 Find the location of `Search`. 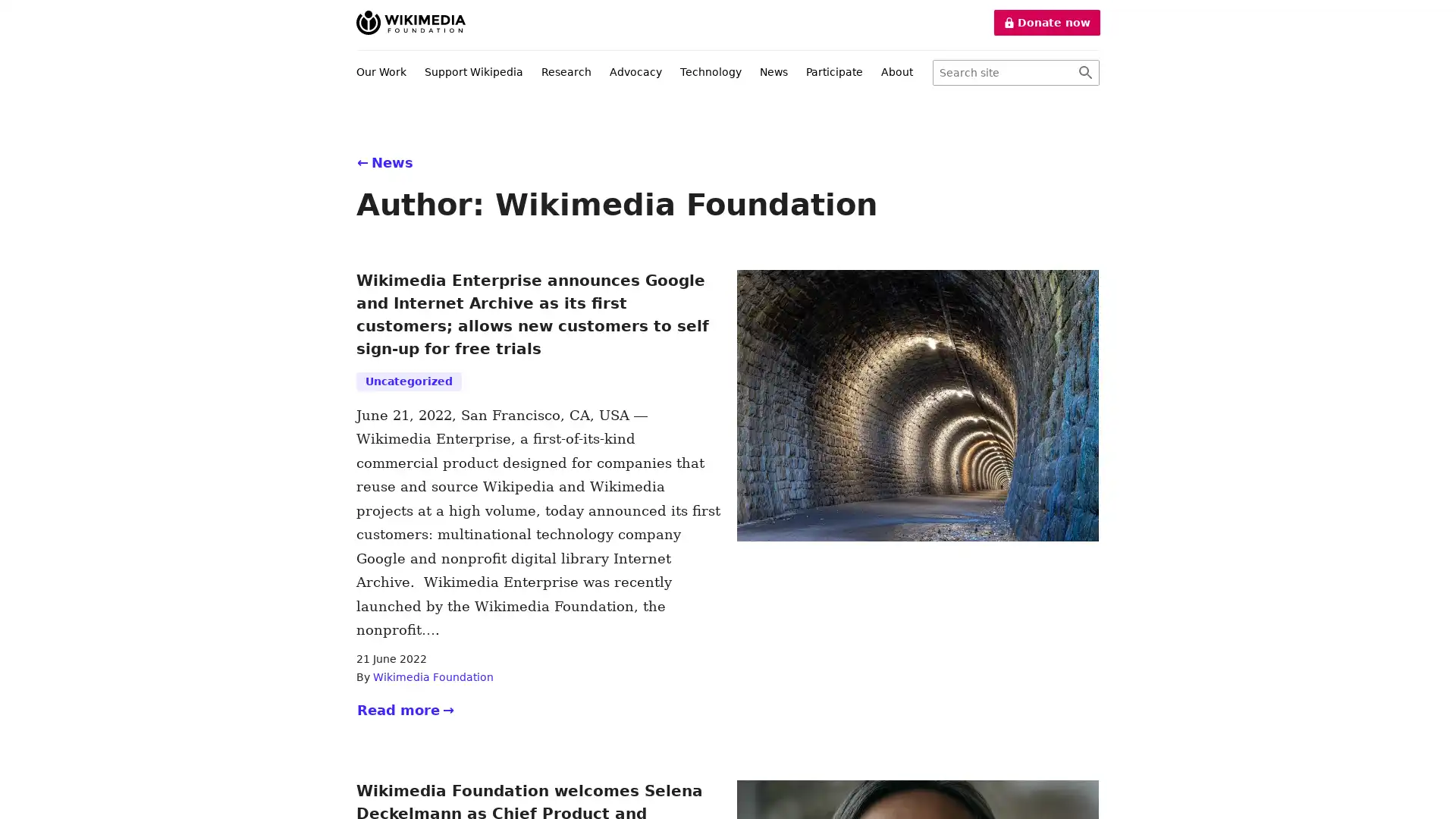

Search is located at coordinates (1084, 73).